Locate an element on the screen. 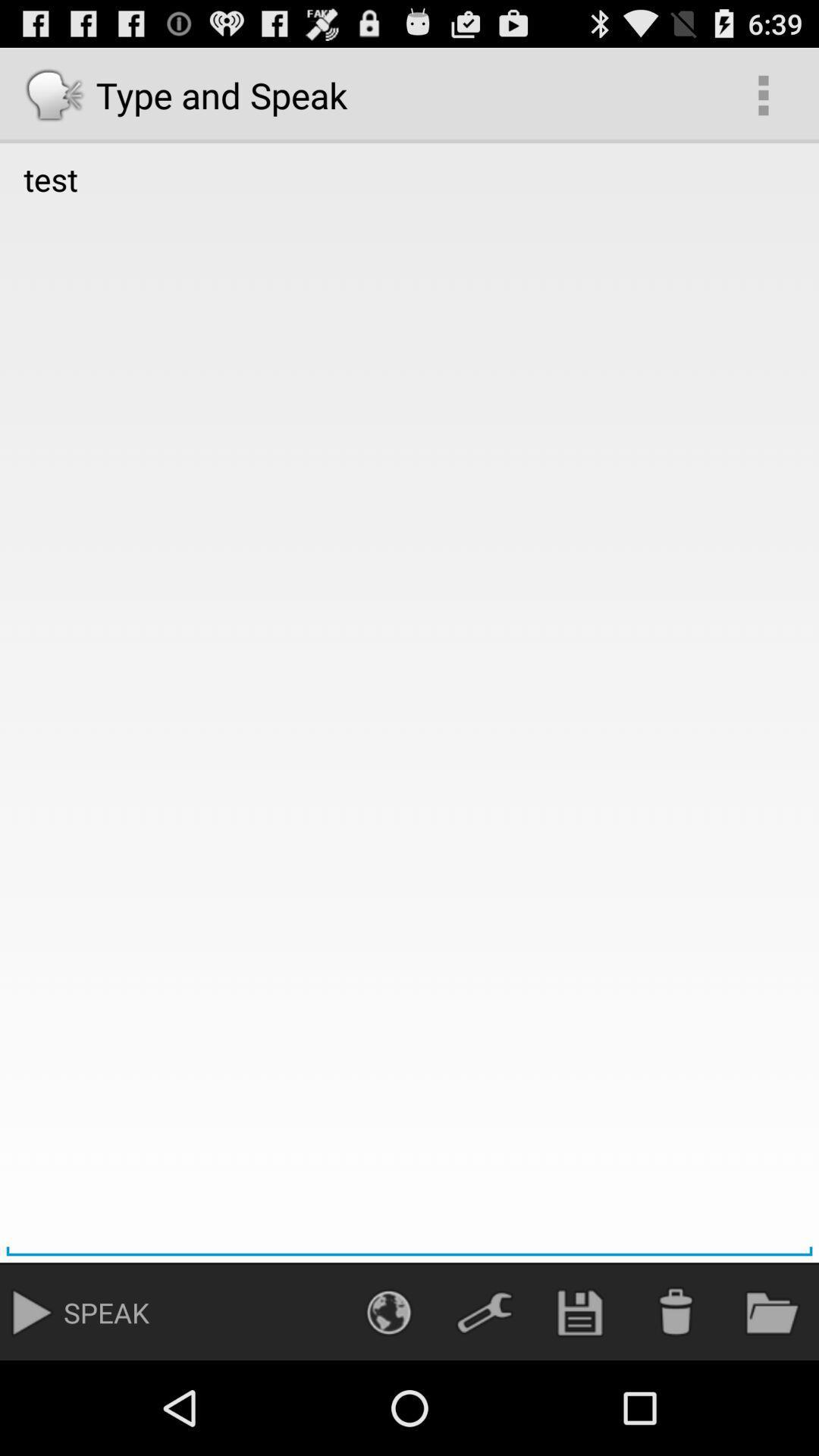  the build icon is located at coordinates (485, 1404).